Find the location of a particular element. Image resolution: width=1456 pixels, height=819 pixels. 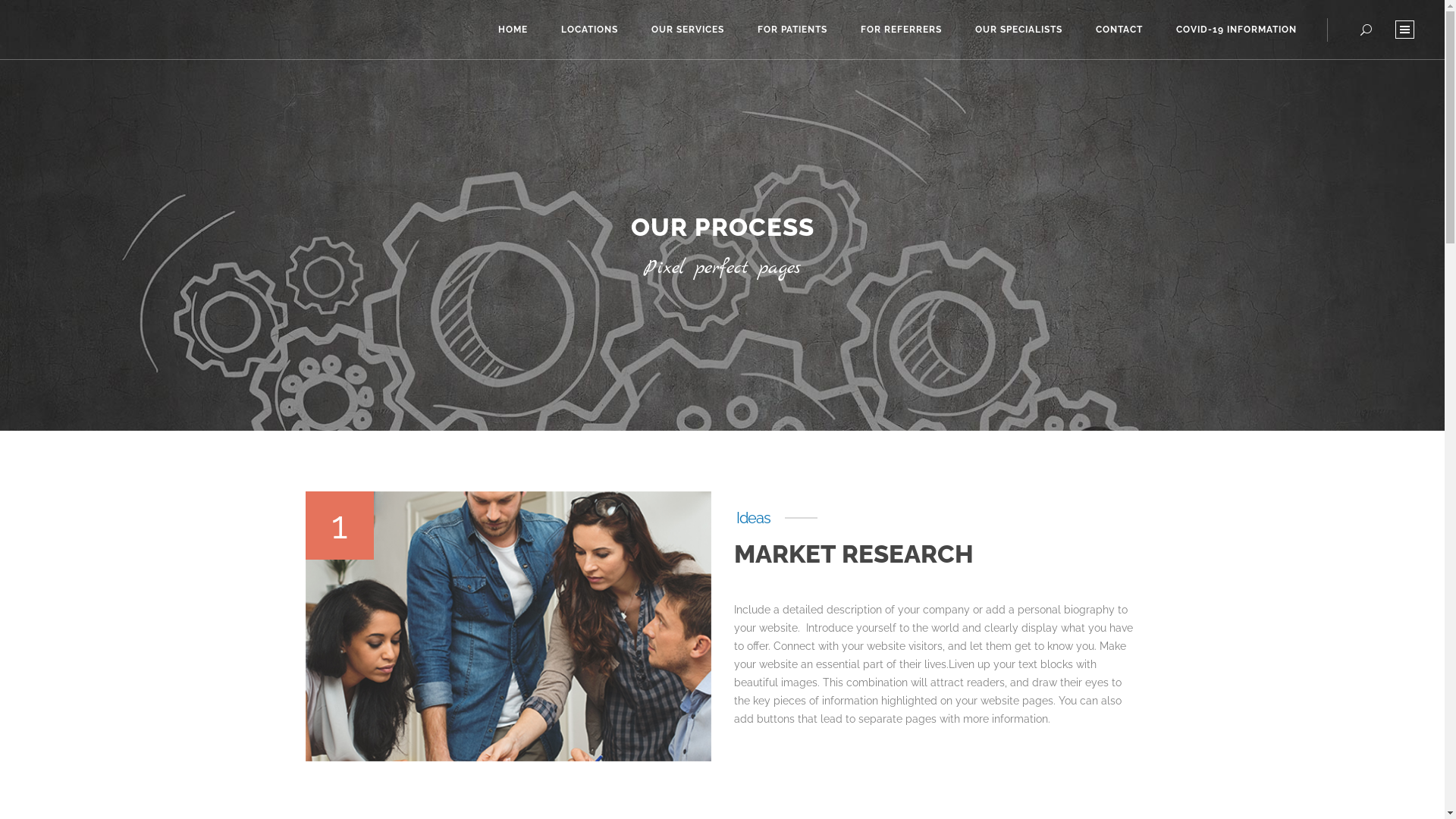

'OUR SERVICES' is located at coordinates (687, 29).